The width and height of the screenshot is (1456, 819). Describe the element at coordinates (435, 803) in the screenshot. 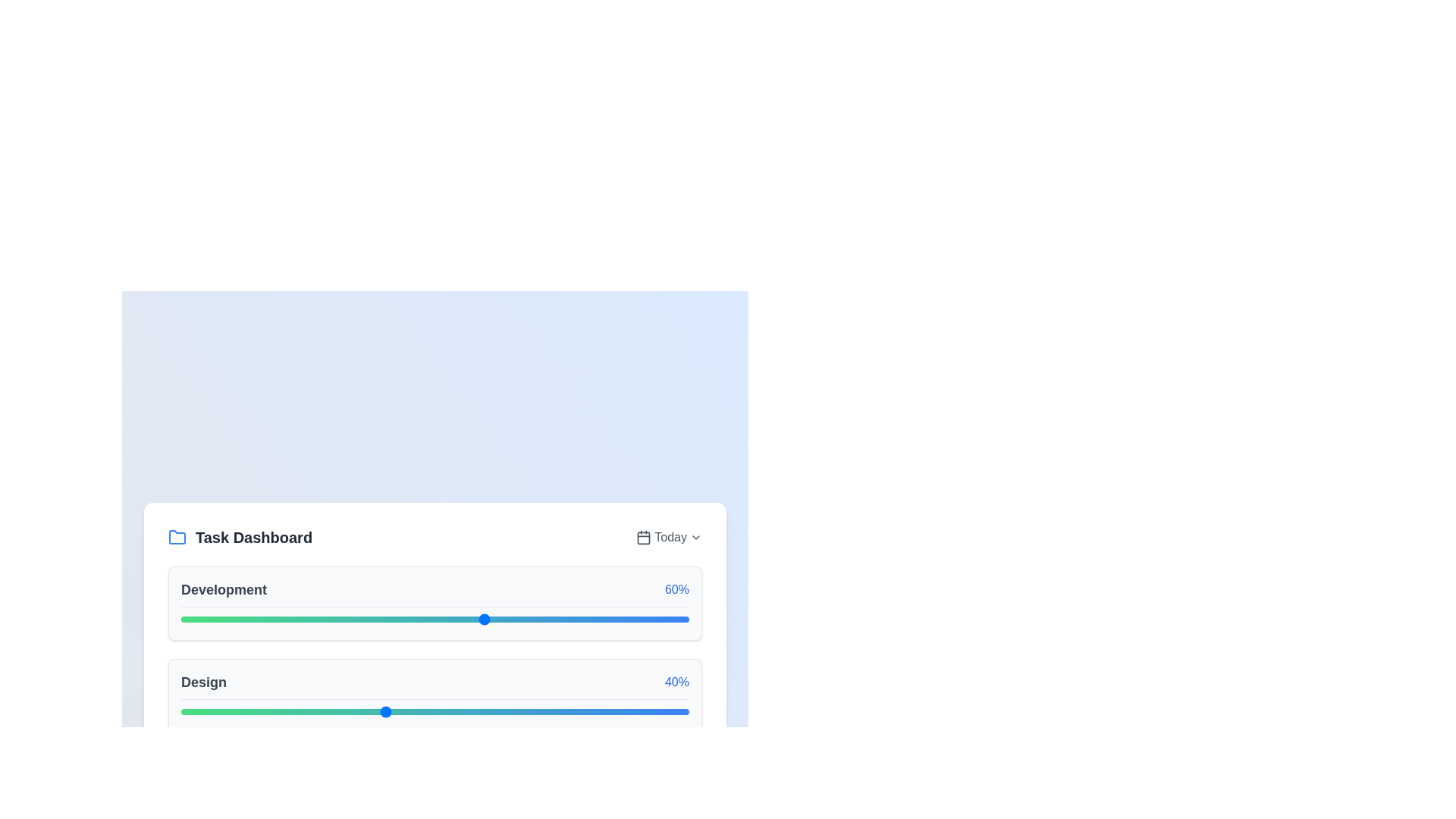

I see `the thumb of the range slider located below the text 'Testing' and the percentage '70%'` at that location.